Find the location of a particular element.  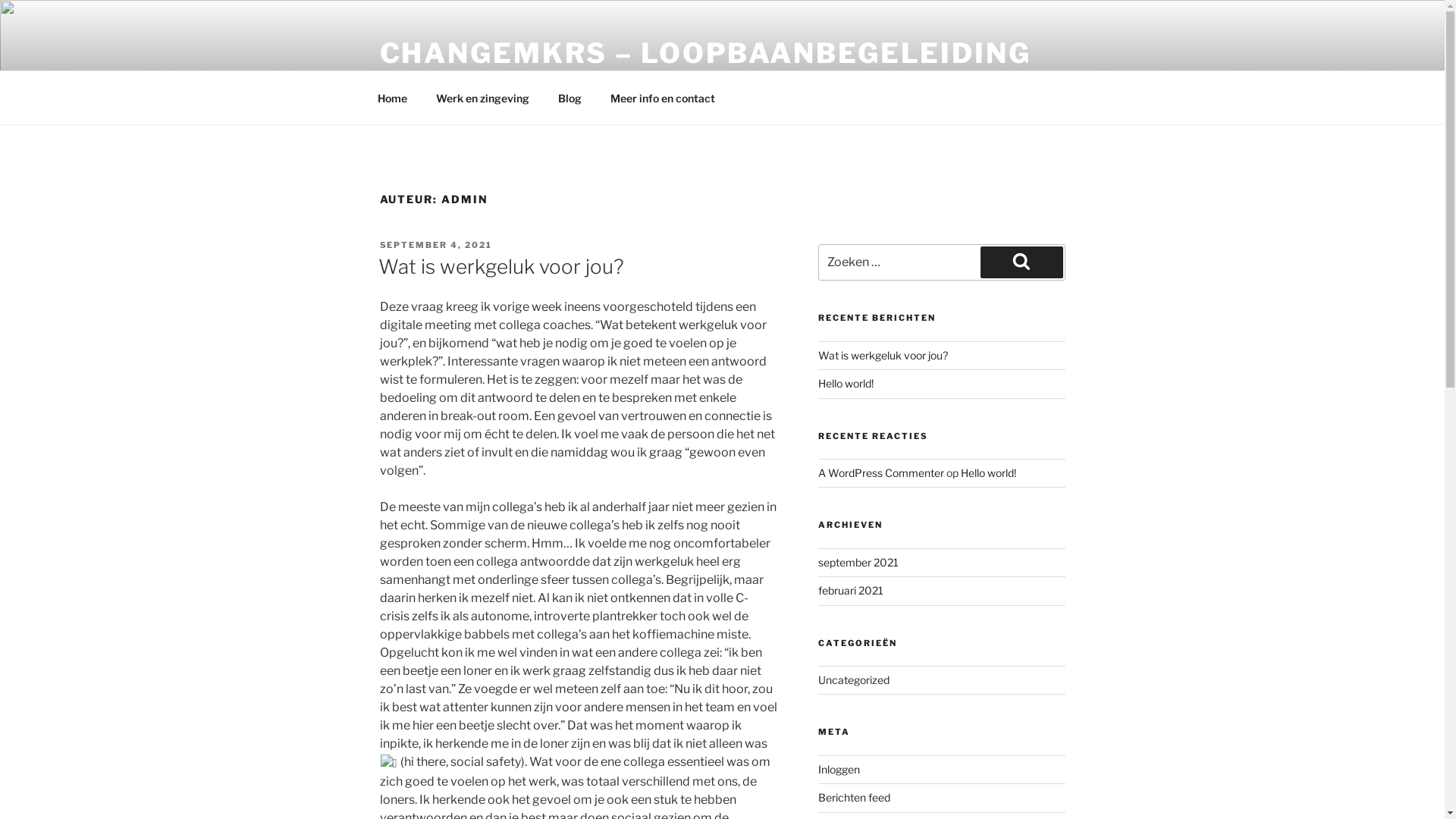

'Zoeken' is located at coordinates (1021, 262).